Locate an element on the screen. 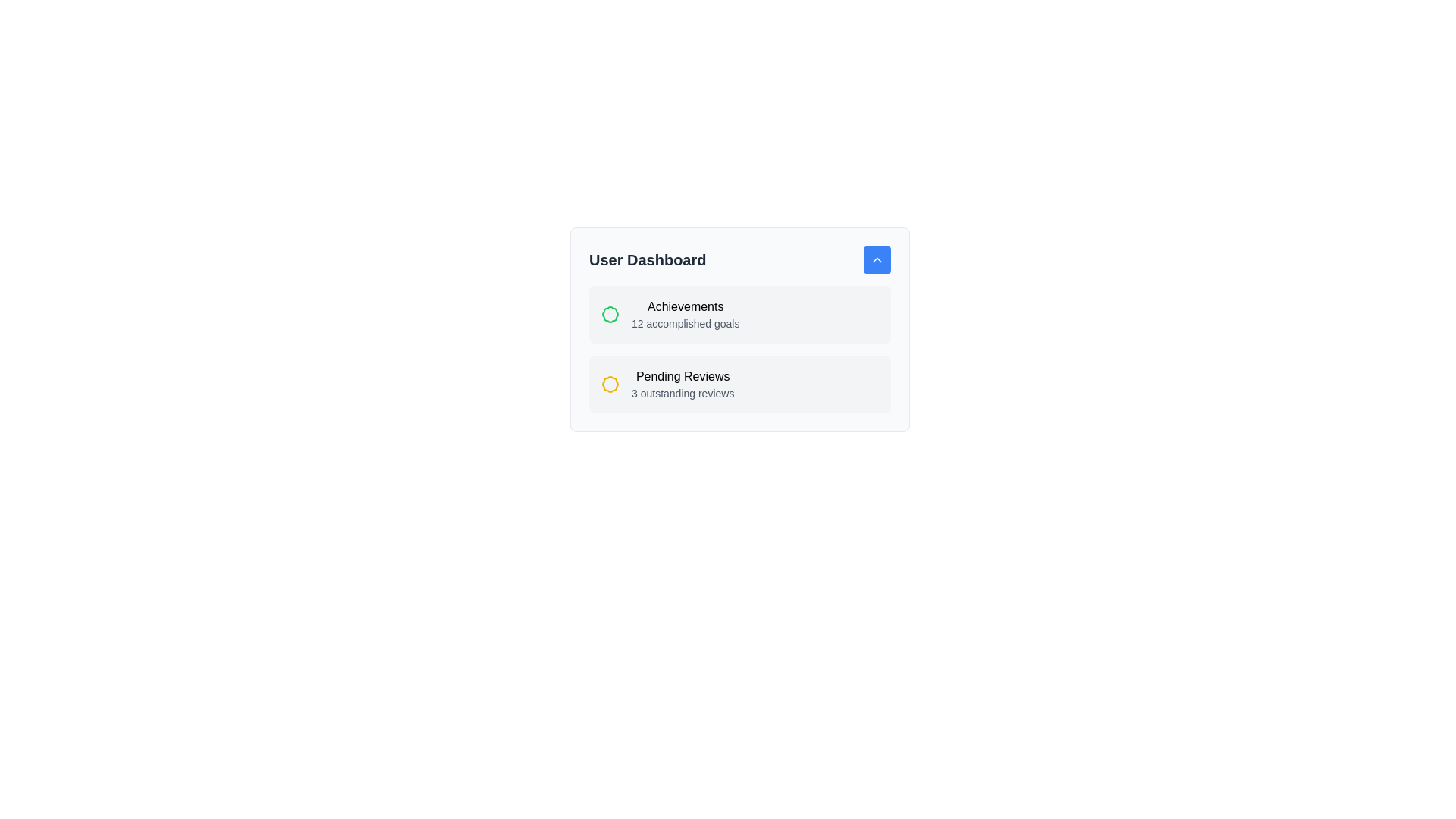 The image size is (1456, 819). the badge icon with a yellow border and a central white section located in the 'Pending Reviews' section below the 'User Dashboard' header is located at coordinates (610, 383).